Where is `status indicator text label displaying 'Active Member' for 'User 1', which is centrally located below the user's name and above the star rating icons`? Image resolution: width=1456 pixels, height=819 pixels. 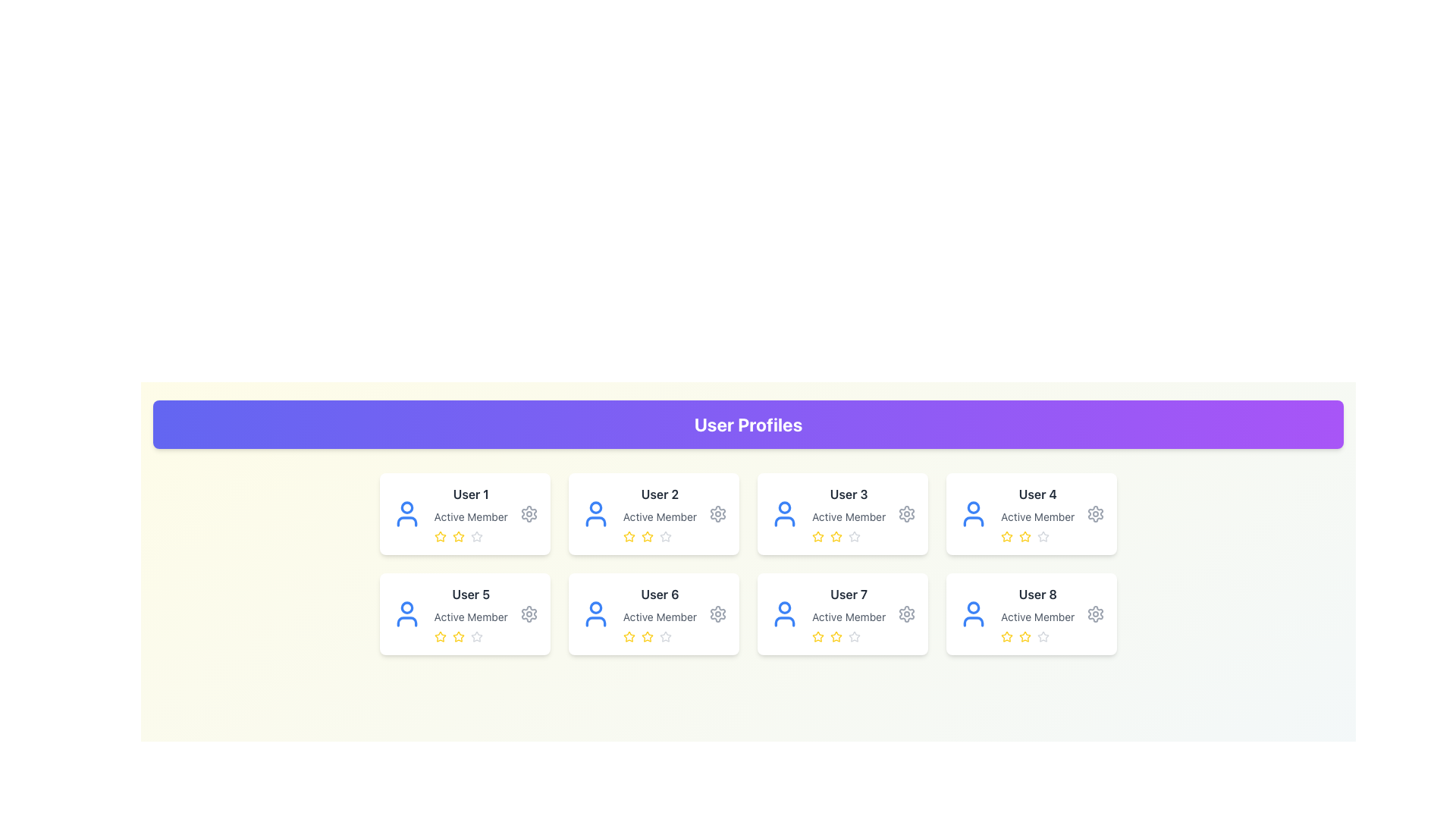 status indicator text label displaying 'Active Member' for 'User 1', which is centrally located below the user's name and above the star rating icons is located at coordinates (470, 516).